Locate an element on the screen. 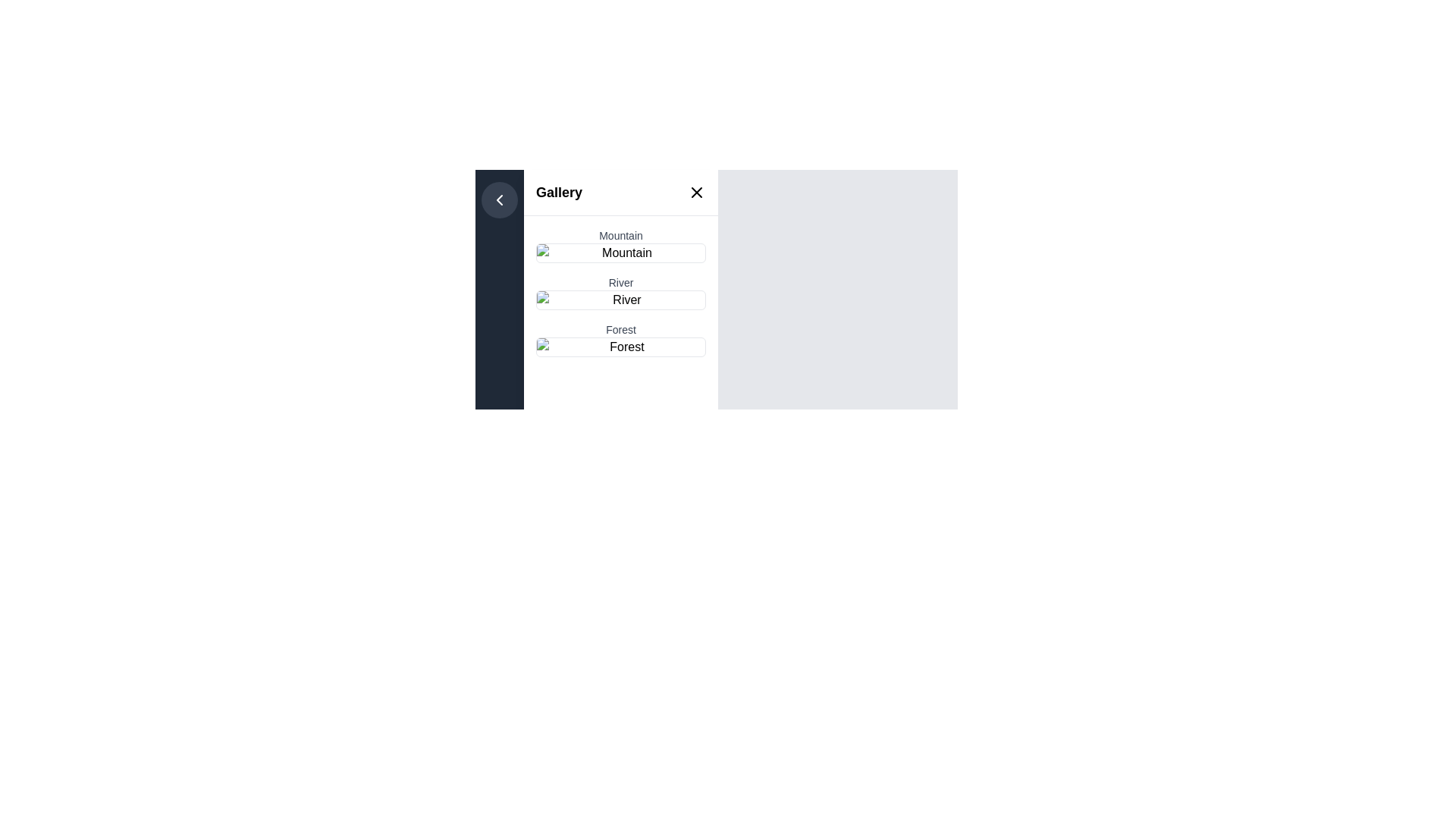  the text label serving as the title or heading for the 'Gallery' section, located at the top-center of the interface is located at coordinates (558, 192).